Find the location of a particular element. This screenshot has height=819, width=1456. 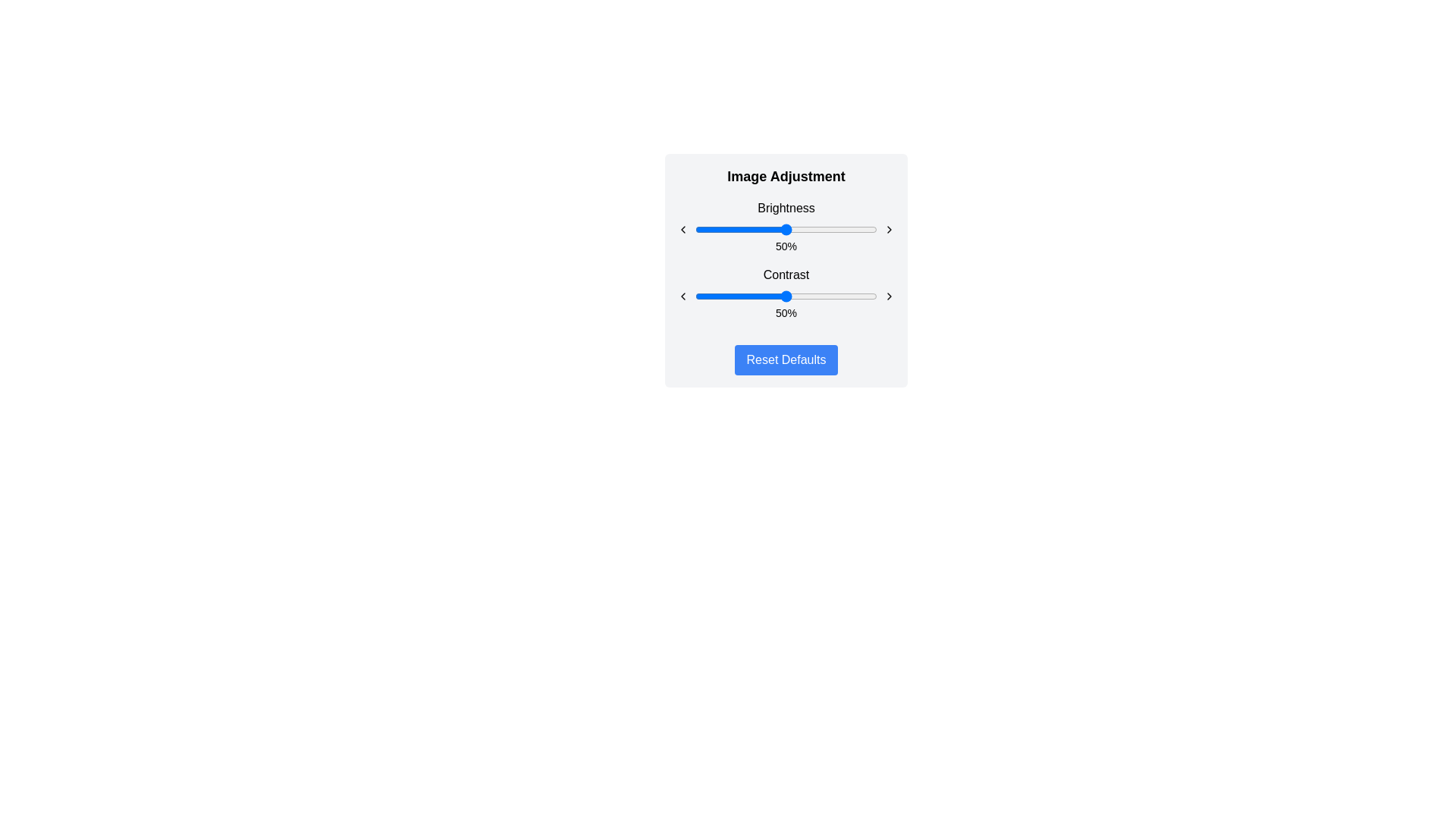

brightness is located at coordinates (707, 230).